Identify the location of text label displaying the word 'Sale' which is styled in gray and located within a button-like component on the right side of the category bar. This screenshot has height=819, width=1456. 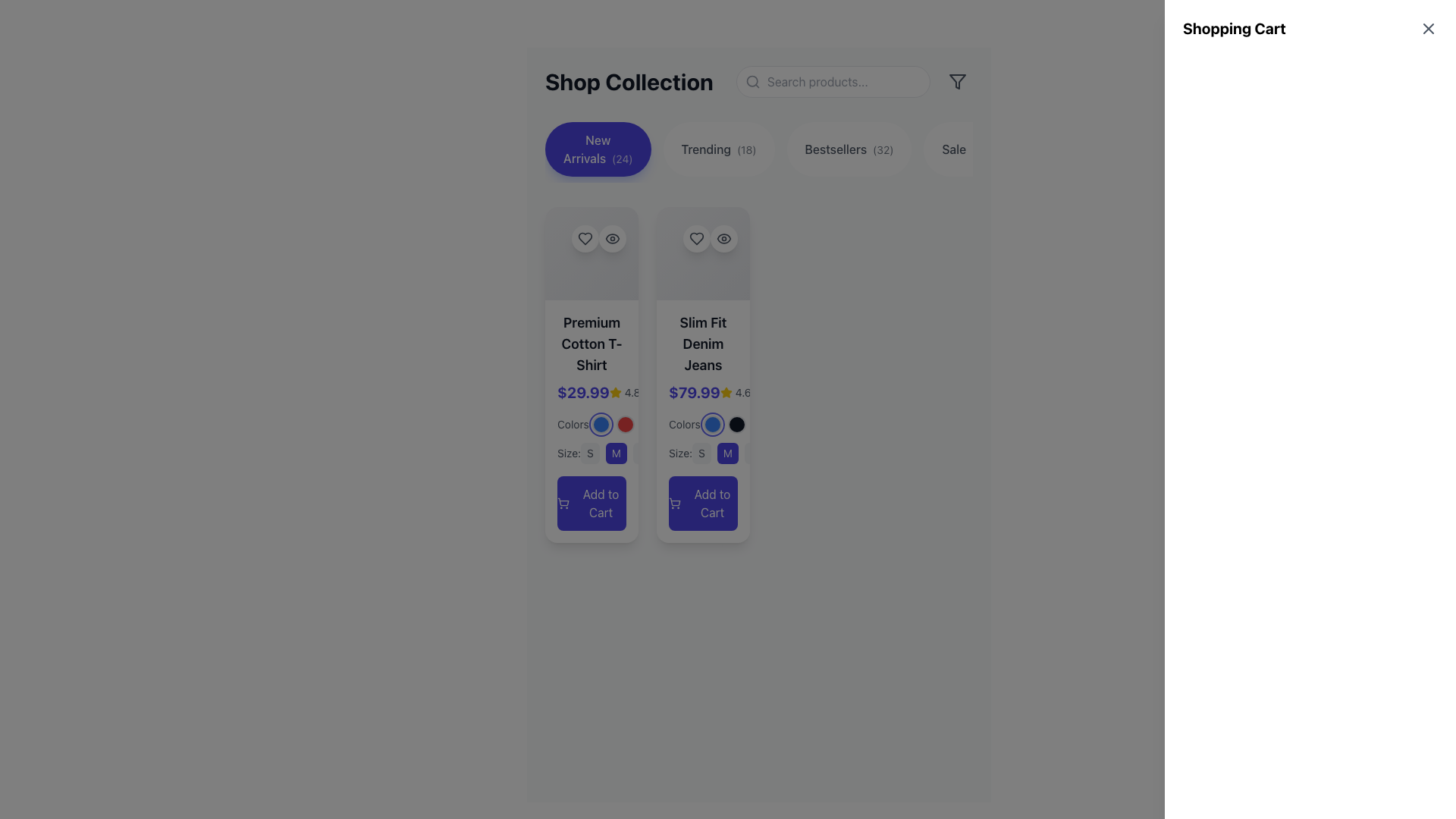
(953, 149).